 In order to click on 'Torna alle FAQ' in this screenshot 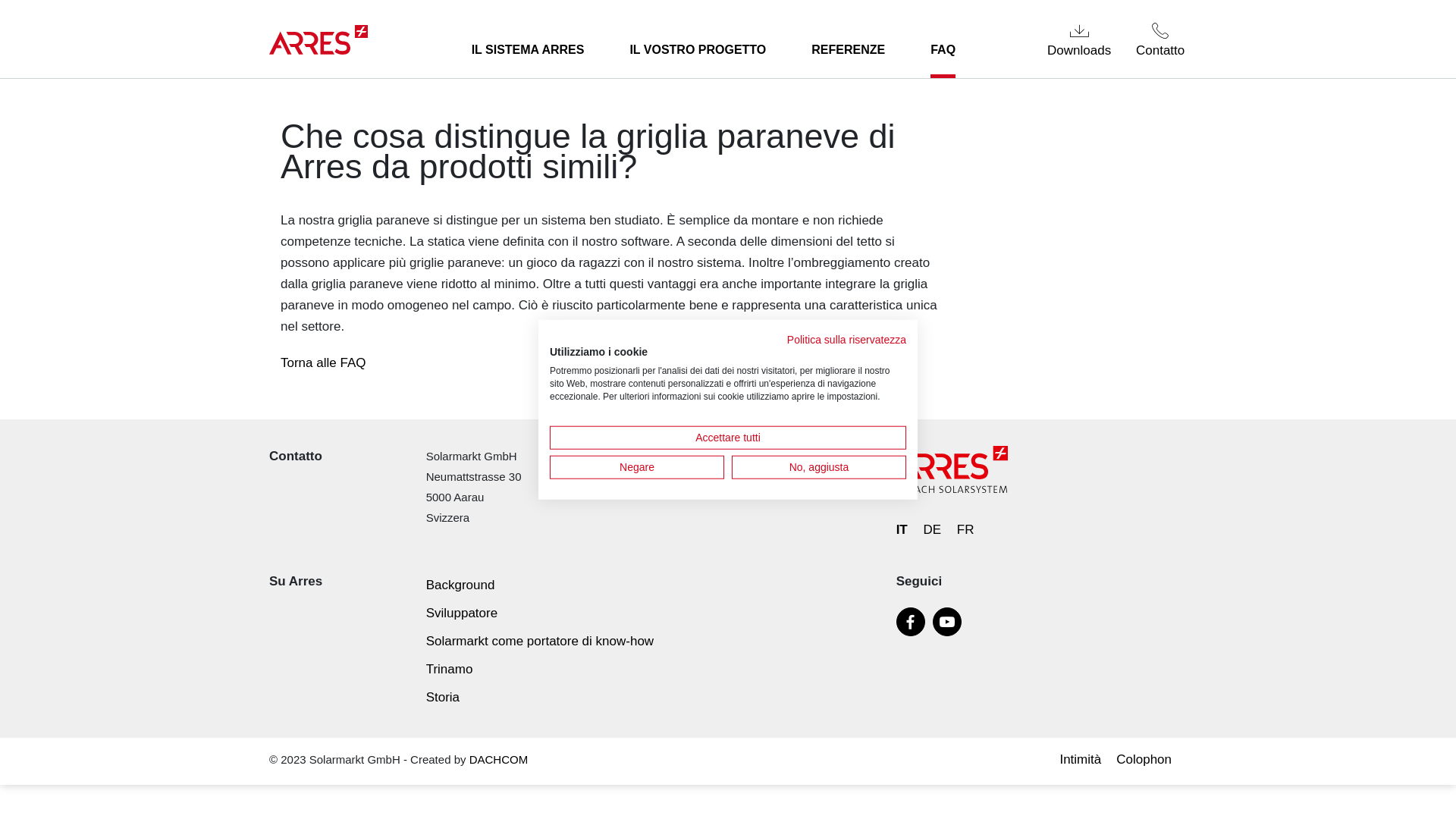, I will do `click(322, 362)`.